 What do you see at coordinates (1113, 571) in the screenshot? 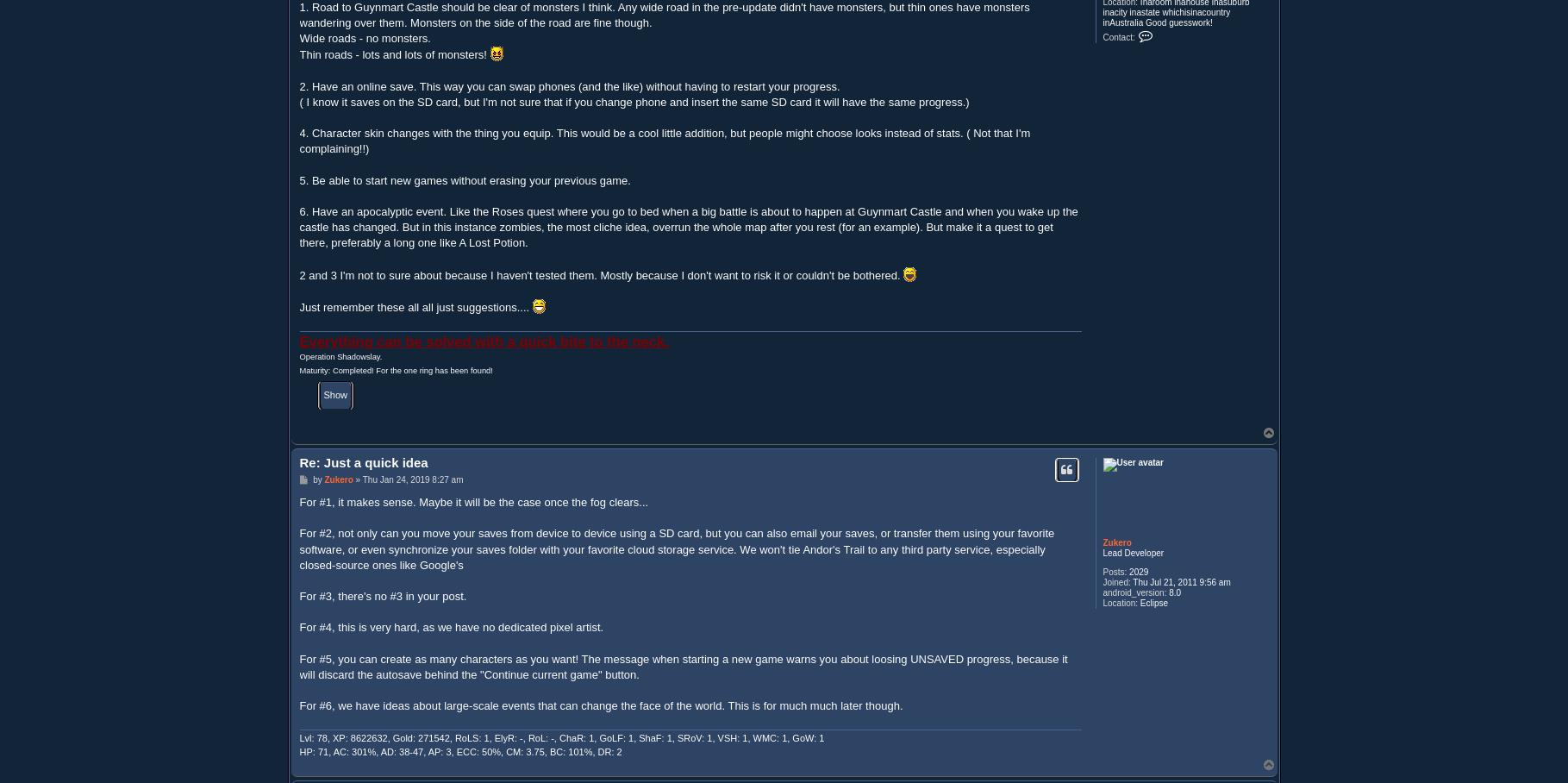
I see `'Posts:'` at bounding box center [1113, 571].